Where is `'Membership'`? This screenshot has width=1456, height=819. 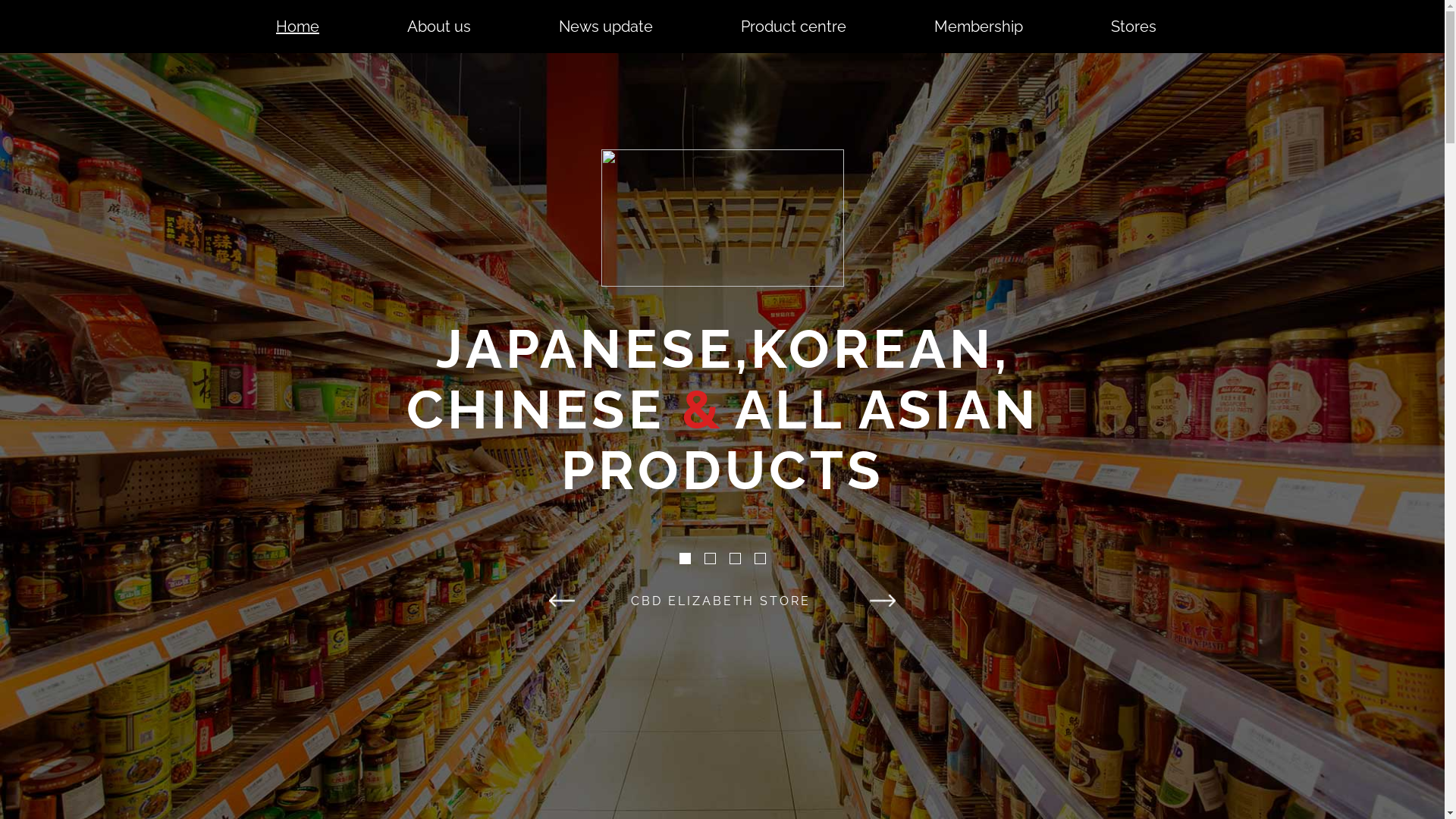
'Membership' is located at coordinates (978, 26).